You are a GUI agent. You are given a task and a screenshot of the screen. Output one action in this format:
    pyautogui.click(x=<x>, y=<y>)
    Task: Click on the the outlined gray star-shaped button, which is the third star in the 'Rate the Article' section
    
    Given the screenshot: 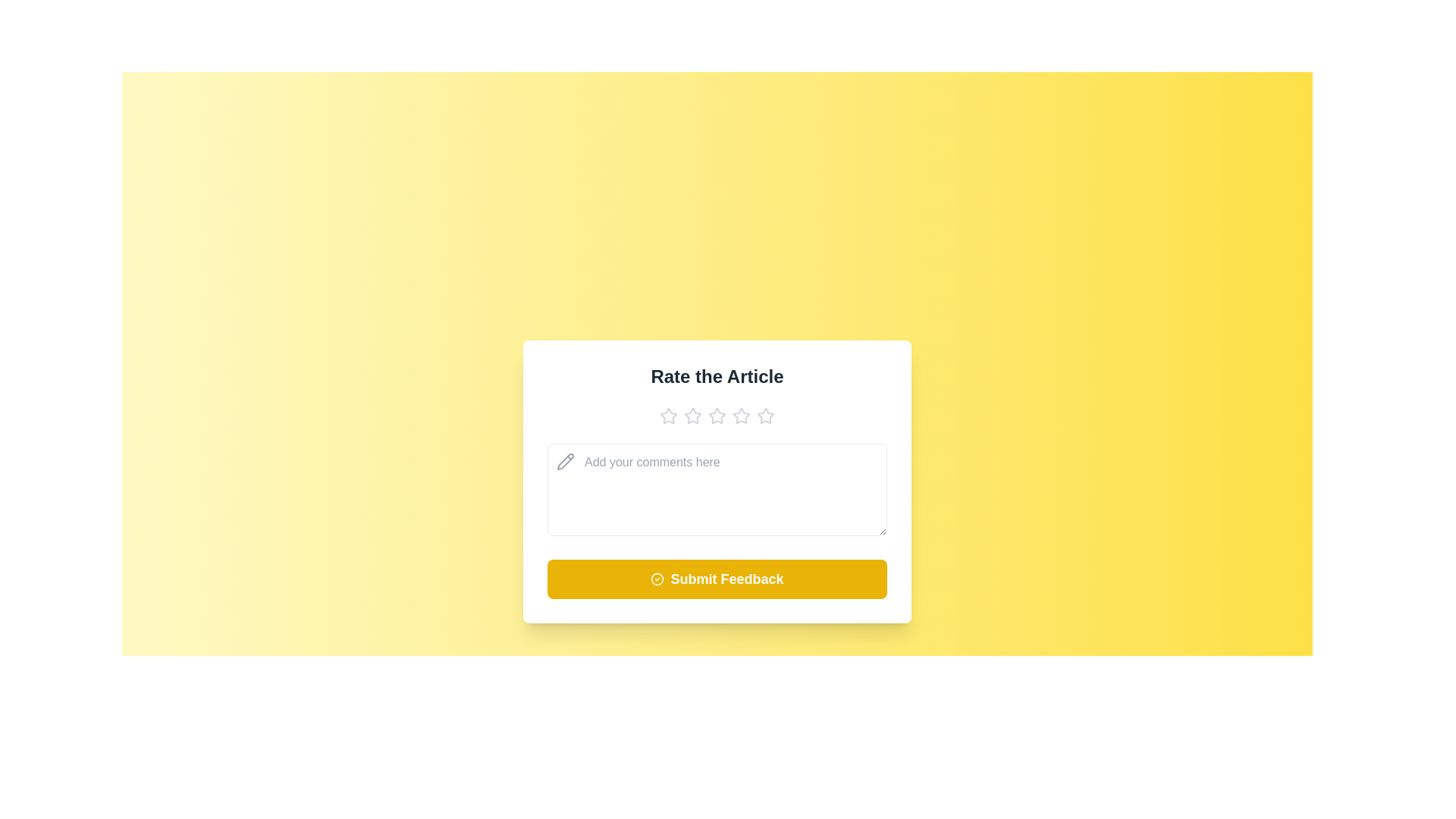 What is the action you would take?
    pyautogui.click(x=716, y=415)
    